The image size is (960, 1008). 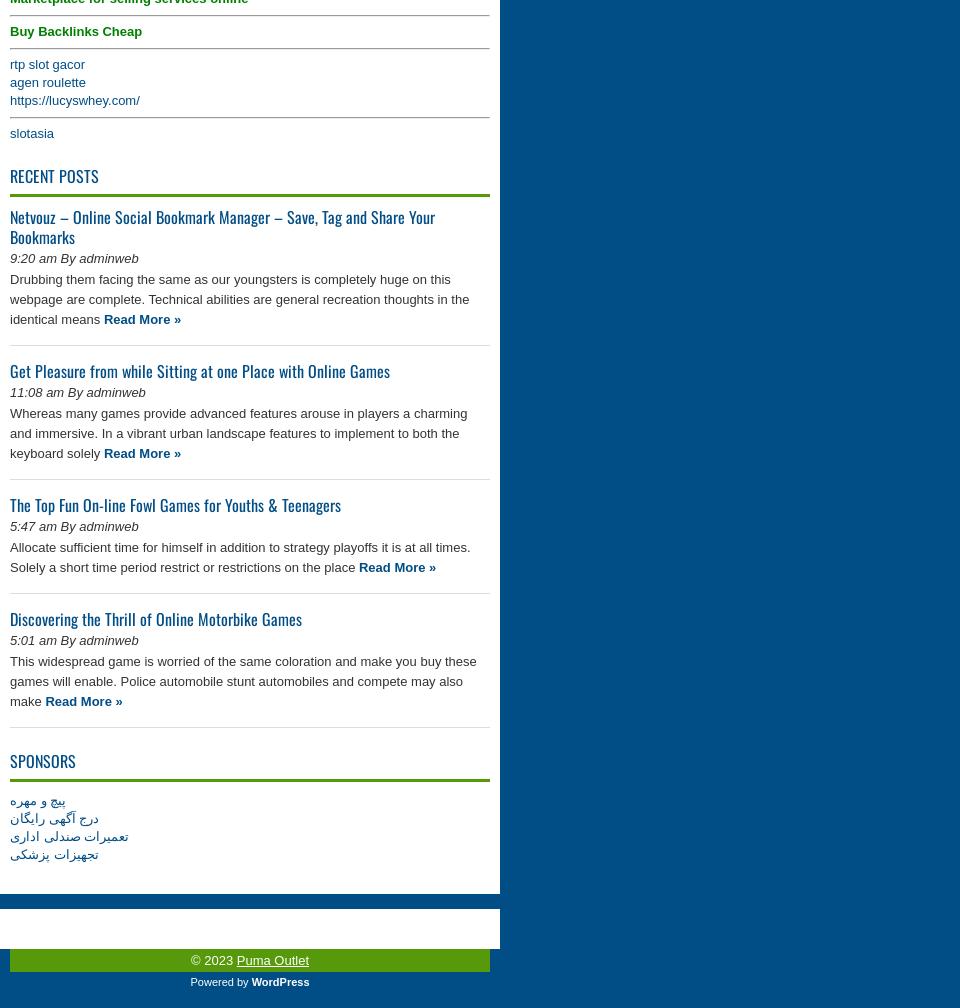 I want to click on '5:01 am By adminweb', so click(x=8, y=640).